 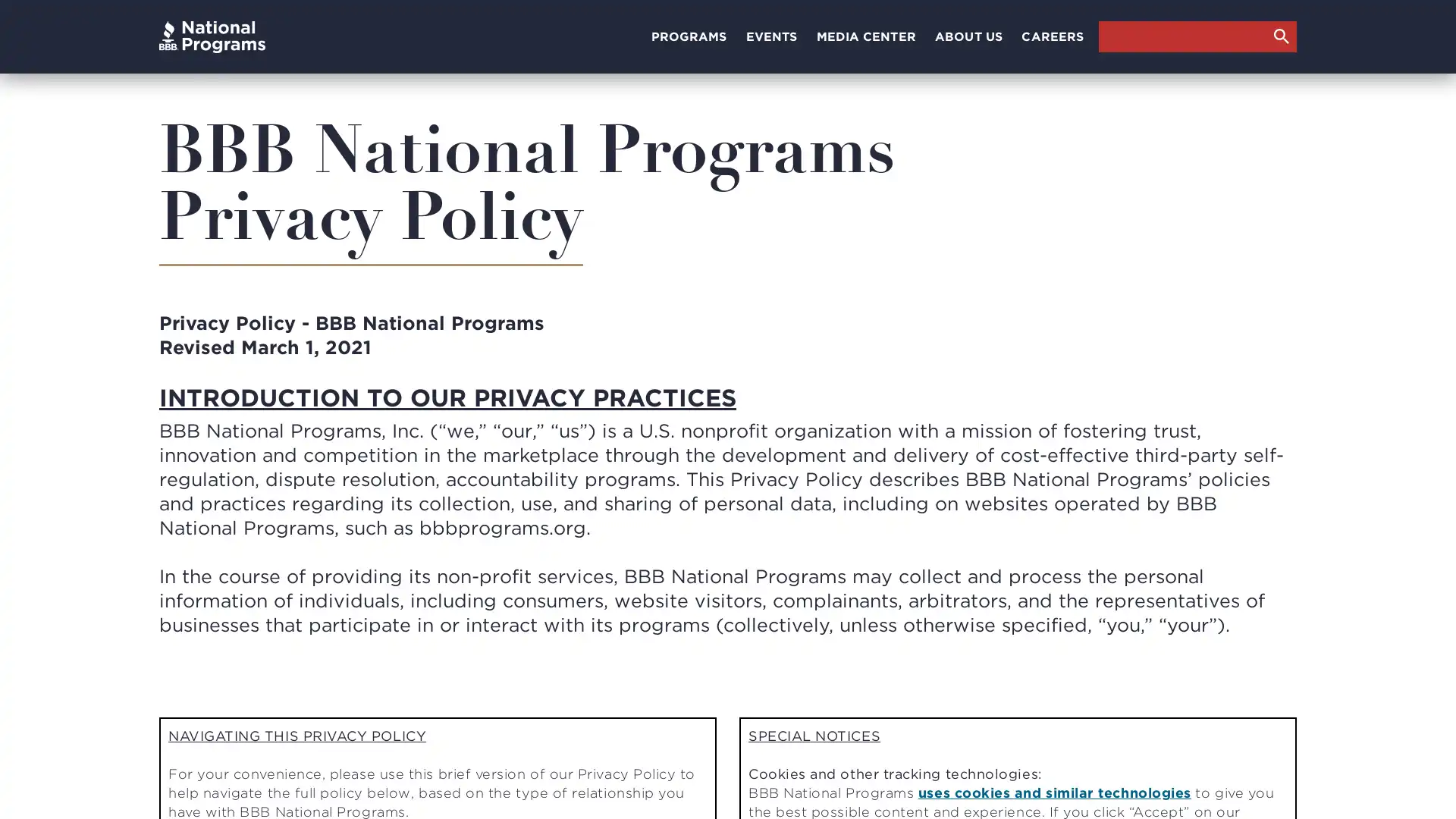 I want to click on Search, so click(x=1280, y=35).